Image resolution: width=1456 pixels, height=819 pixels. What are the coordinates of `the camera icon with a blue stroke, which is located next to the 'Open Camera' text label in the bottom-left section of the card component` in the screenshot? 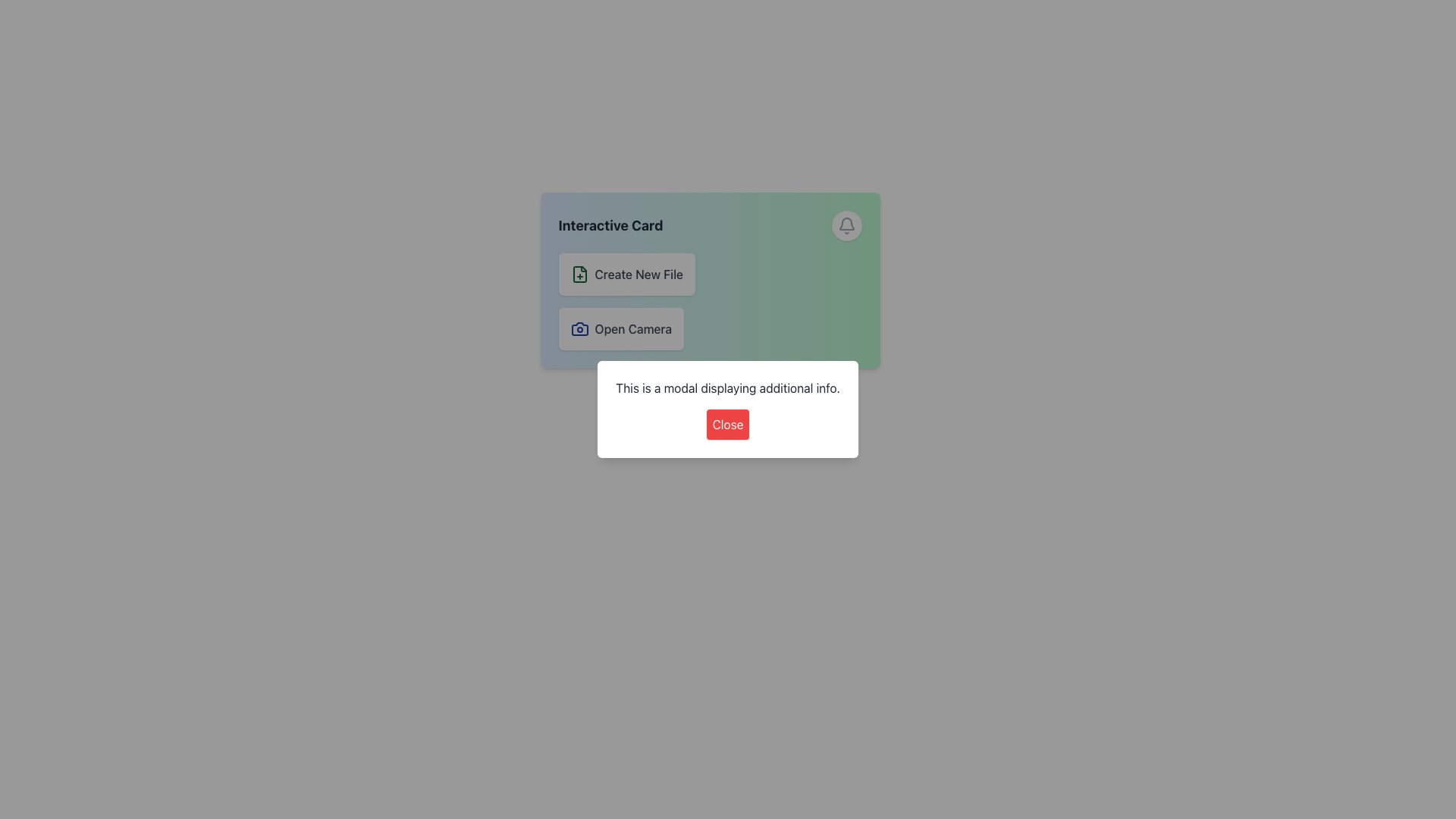 It's located at (579, 328).